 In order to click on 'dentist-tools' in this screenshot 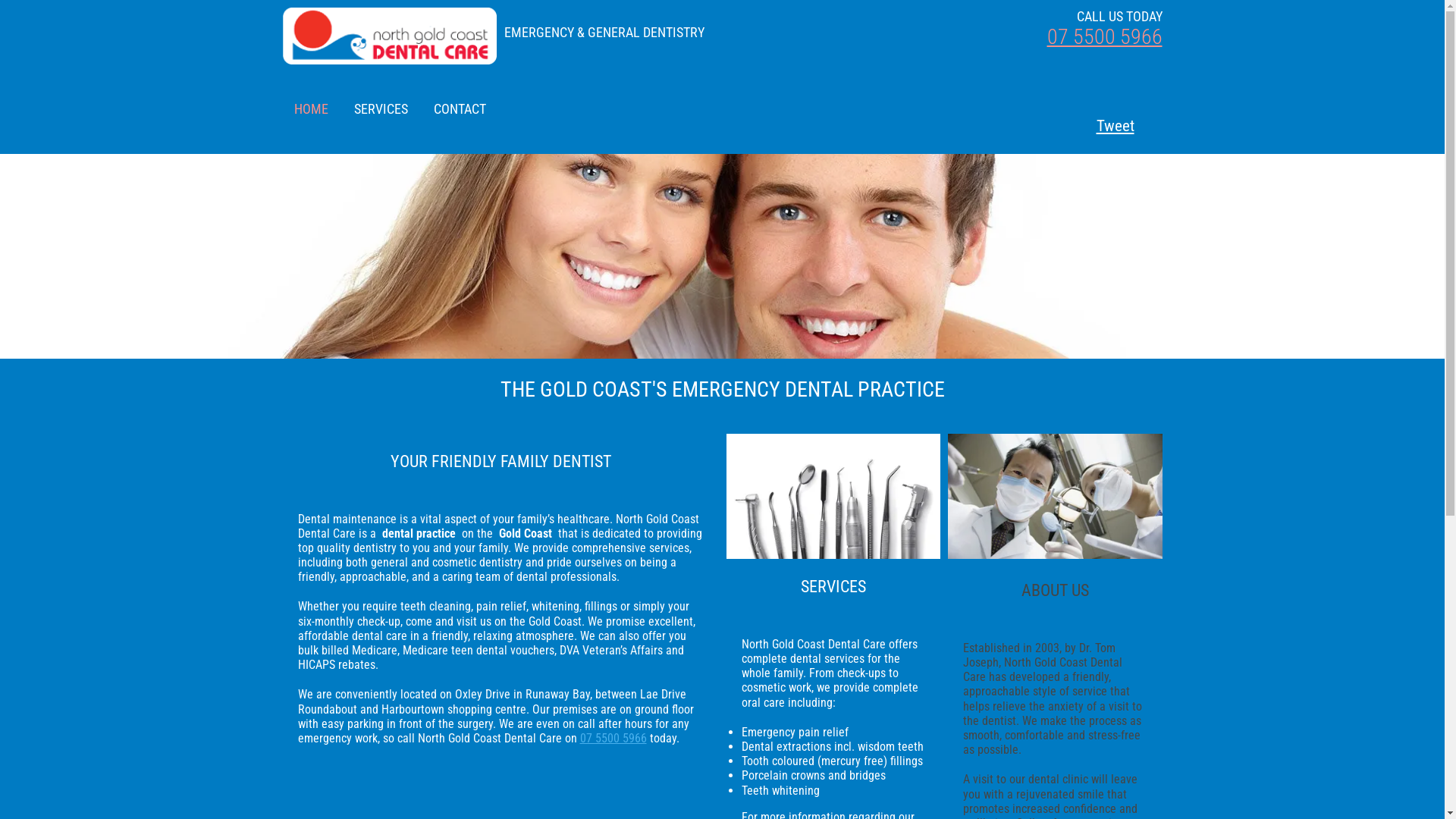, I will do `click(833, 496)`.